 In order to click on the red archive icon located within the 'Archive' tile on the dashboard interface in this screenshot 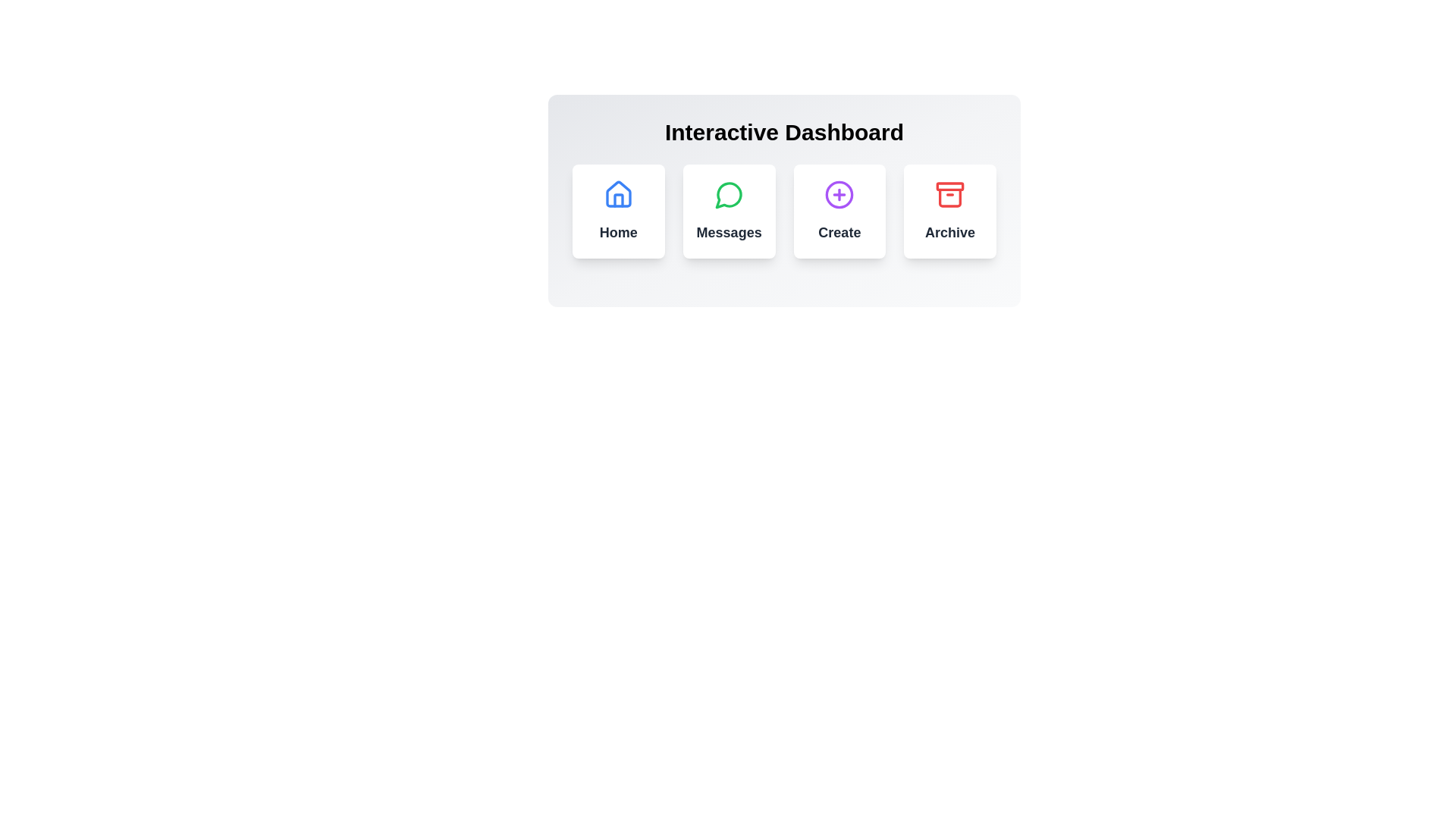, I will do `click(949, 194)`.